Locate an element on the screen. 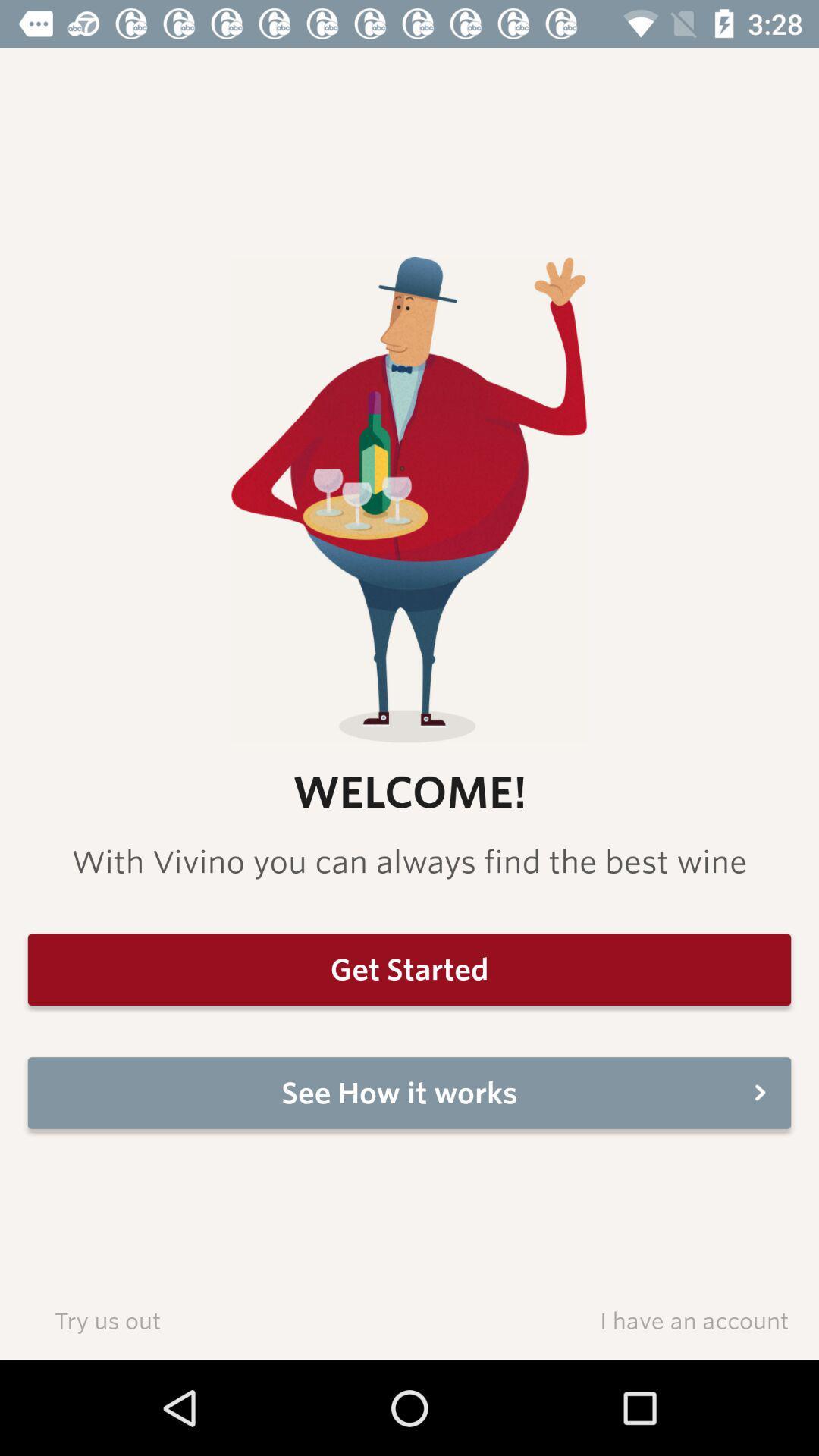  item below get started item is located at coordinates (409, 1093).